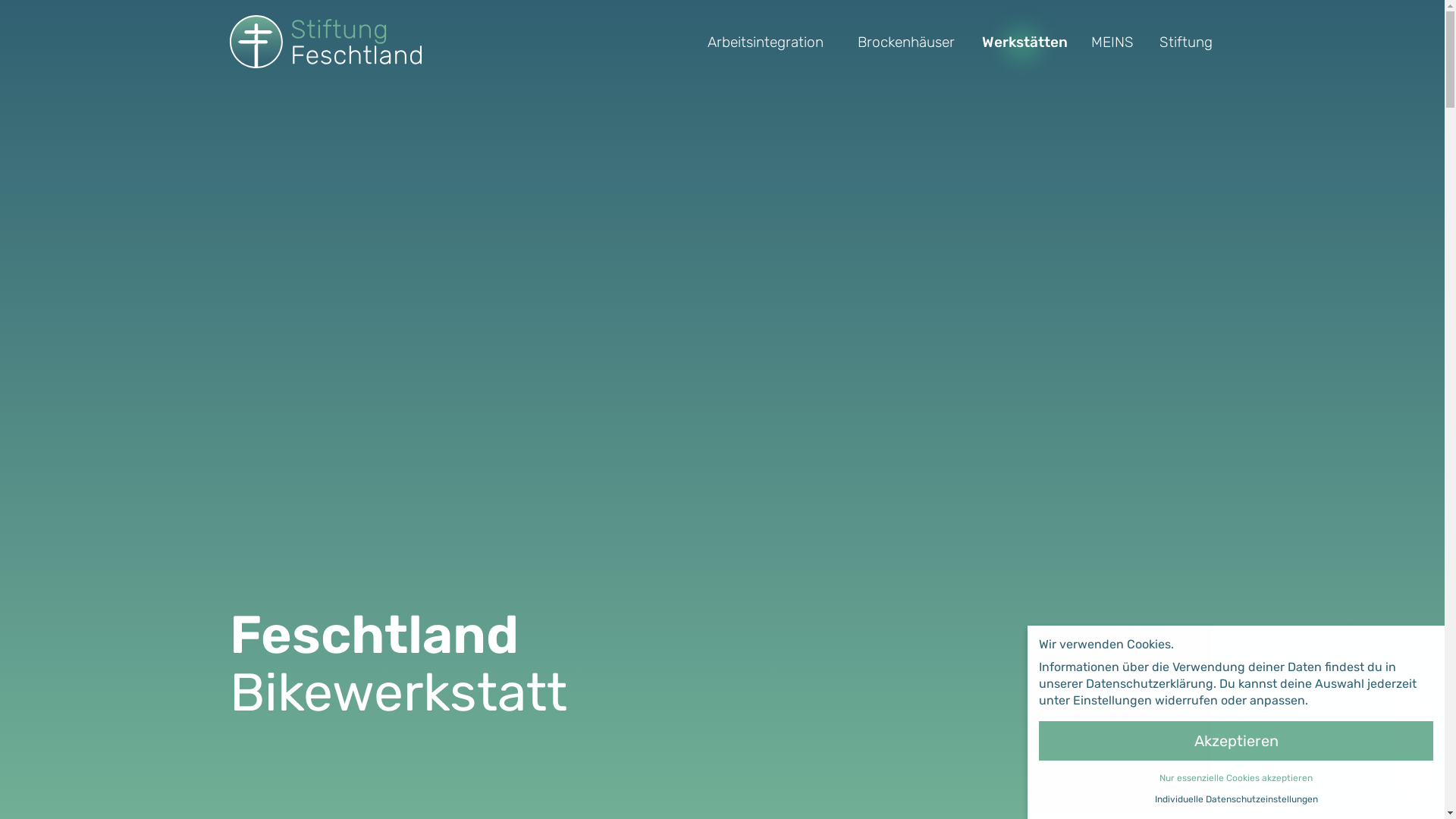 The height and width of the screenshot is (819, 1456). What do you see at coordinates (1235, 798) in the screenshot?
I see `'Individuelle Datenschutzeinstellungen'` at bounding box center [1235, 798].